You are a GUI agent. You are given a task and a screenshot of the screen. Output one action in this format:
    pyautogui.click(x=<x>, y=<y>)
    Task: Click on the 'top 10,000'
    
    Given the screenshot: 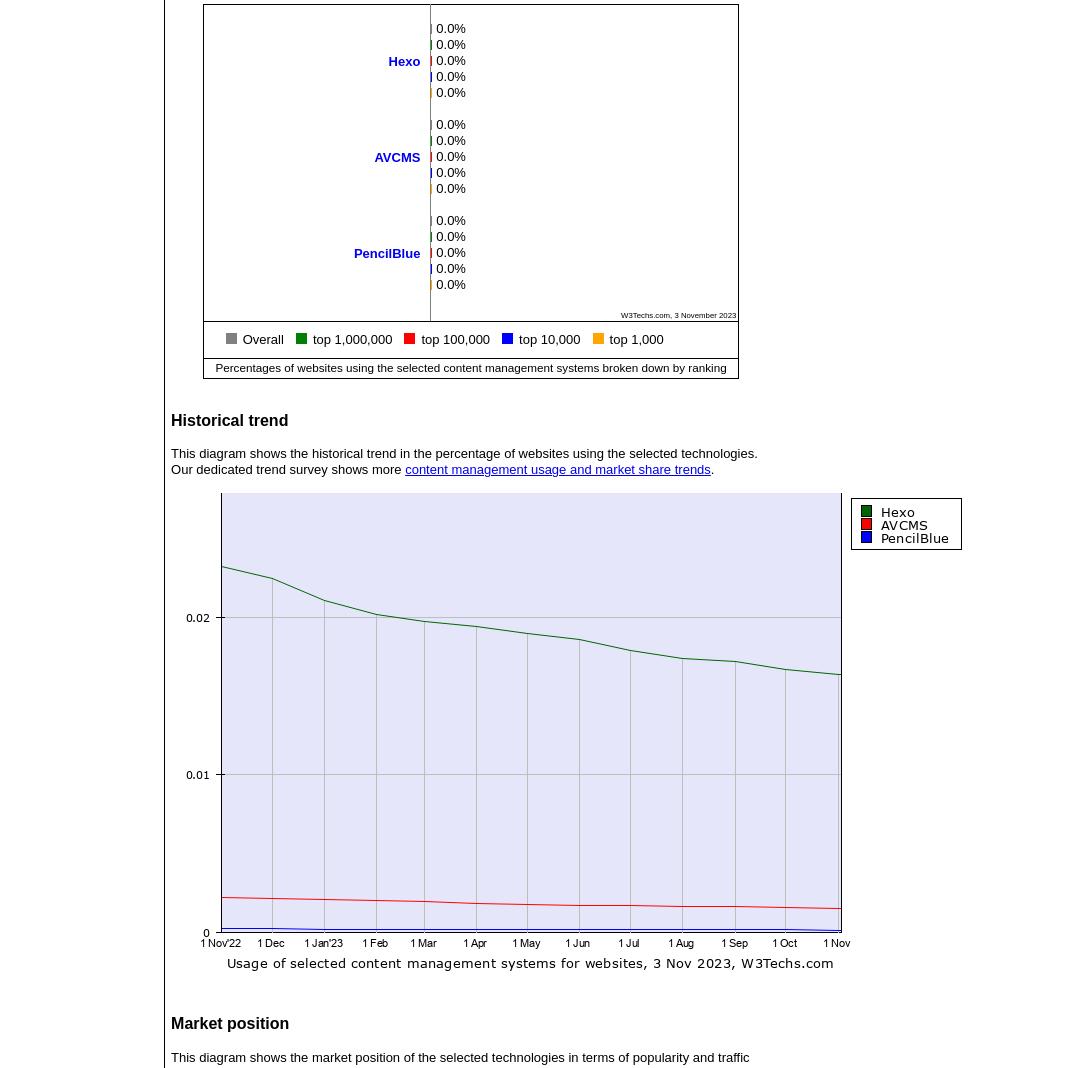 What is the action you would take?
    pyautogui.click(x=549, y=337)
    